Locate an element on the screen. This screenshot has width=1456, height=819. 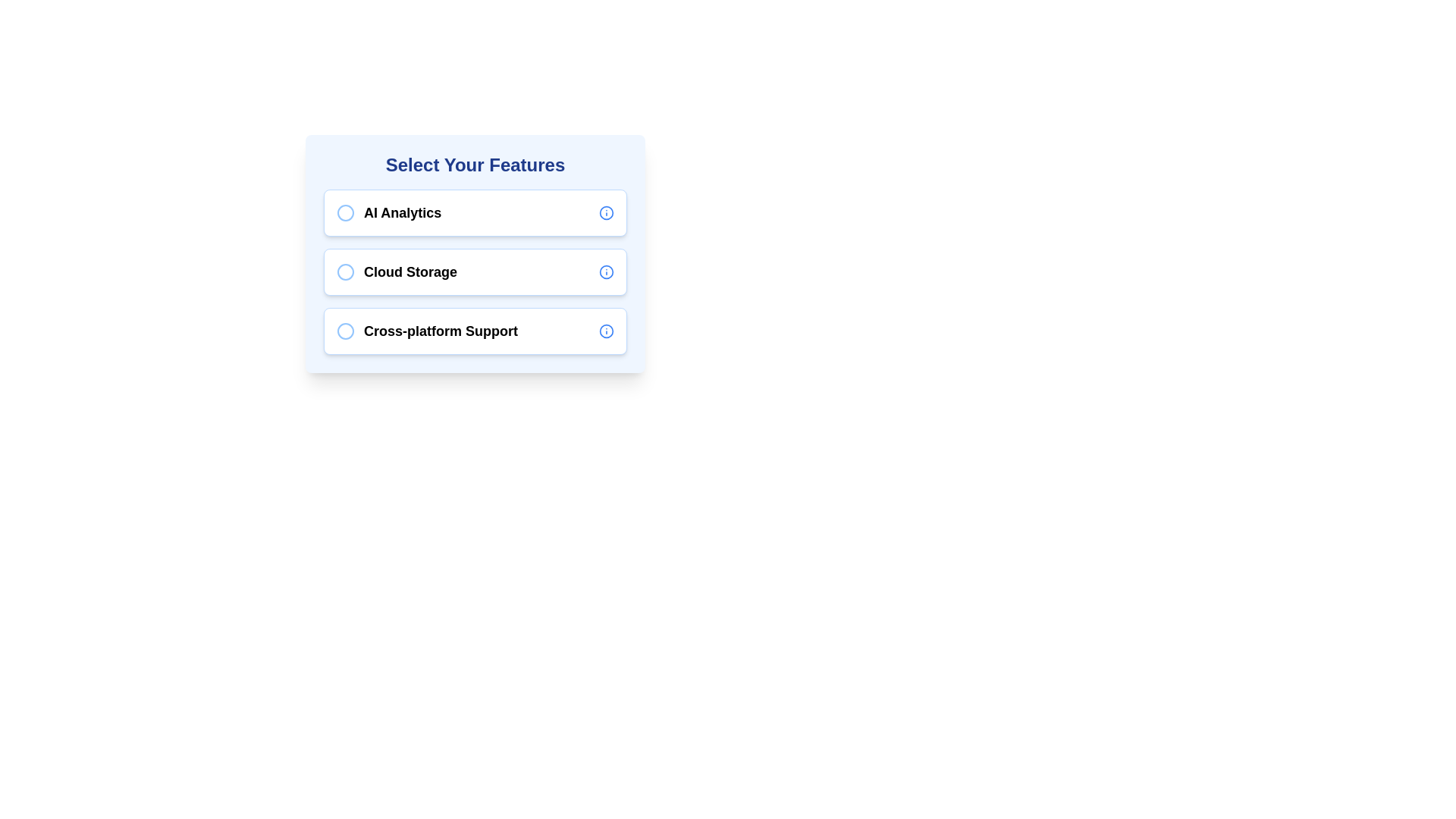
the information icon next to the 'AI Analytics' feature in the 'Select Your Features' list is located at coordinates (607, 213).